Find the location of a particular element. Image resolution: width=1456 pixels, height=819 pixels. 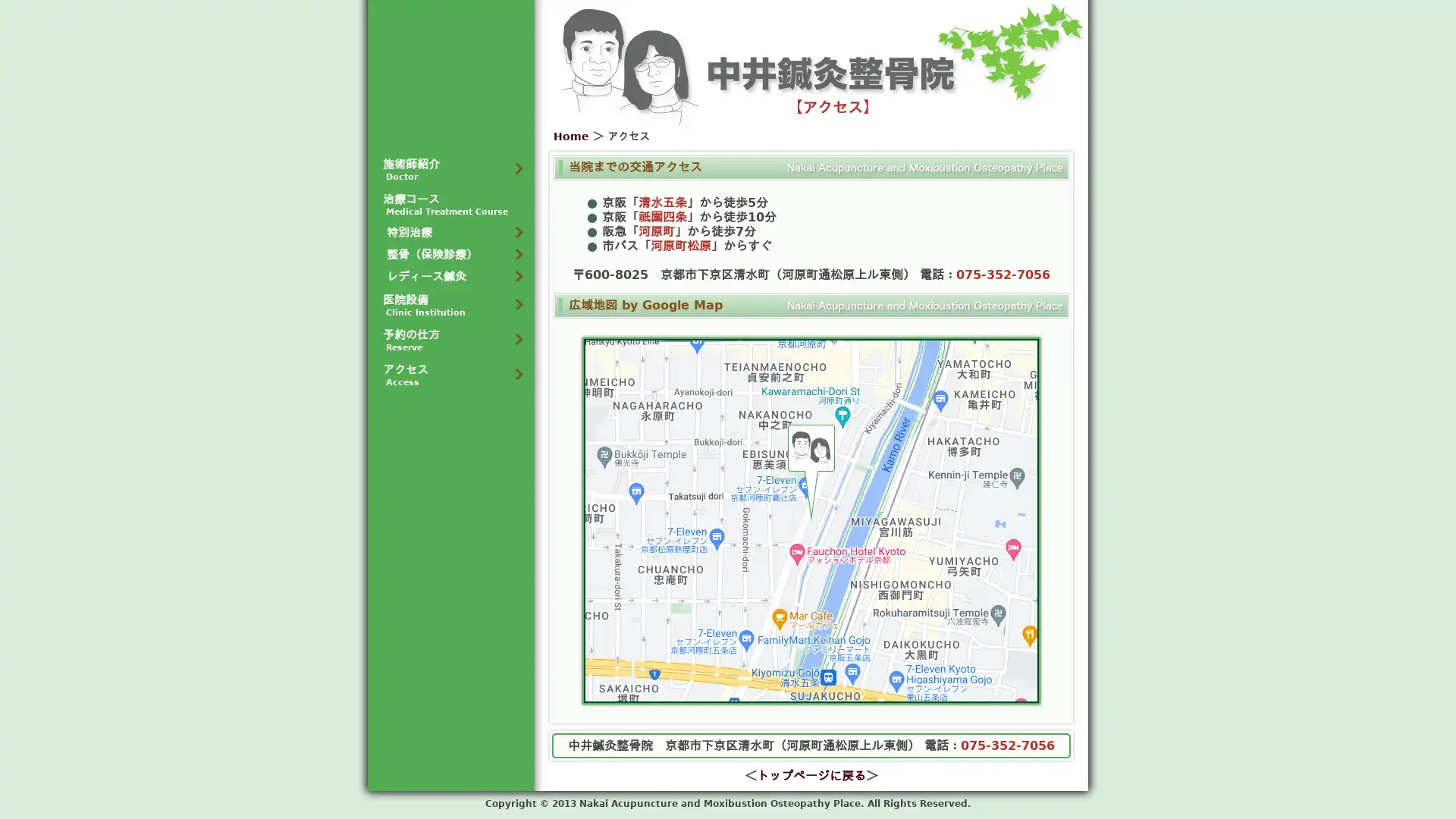

Zoom in is located at coordinates (1015, 637).